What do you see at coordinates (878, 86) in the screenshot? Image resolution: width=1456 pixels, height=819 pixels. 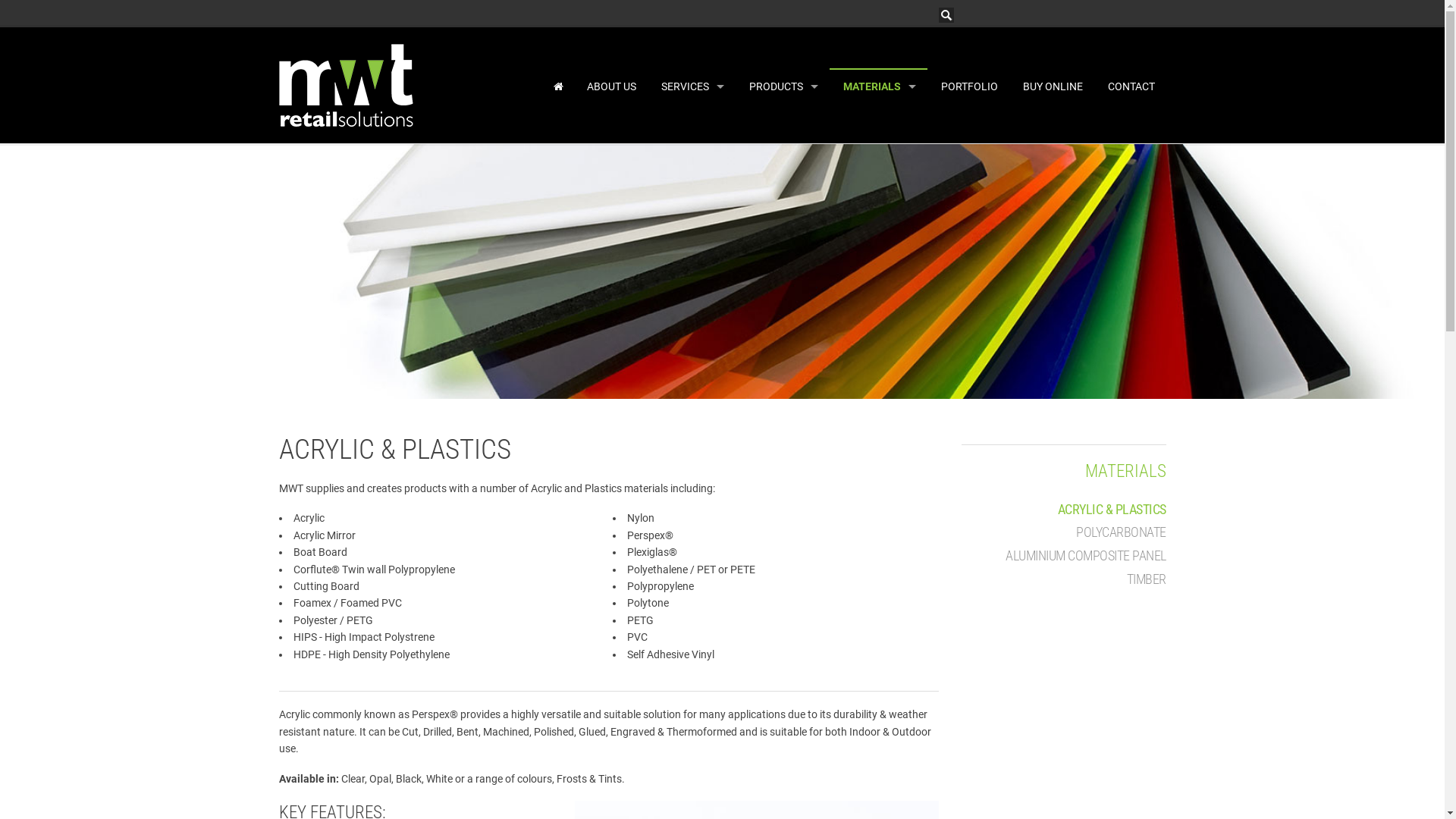 I see `'MATERIALS'` at bounding box center [878, 86].